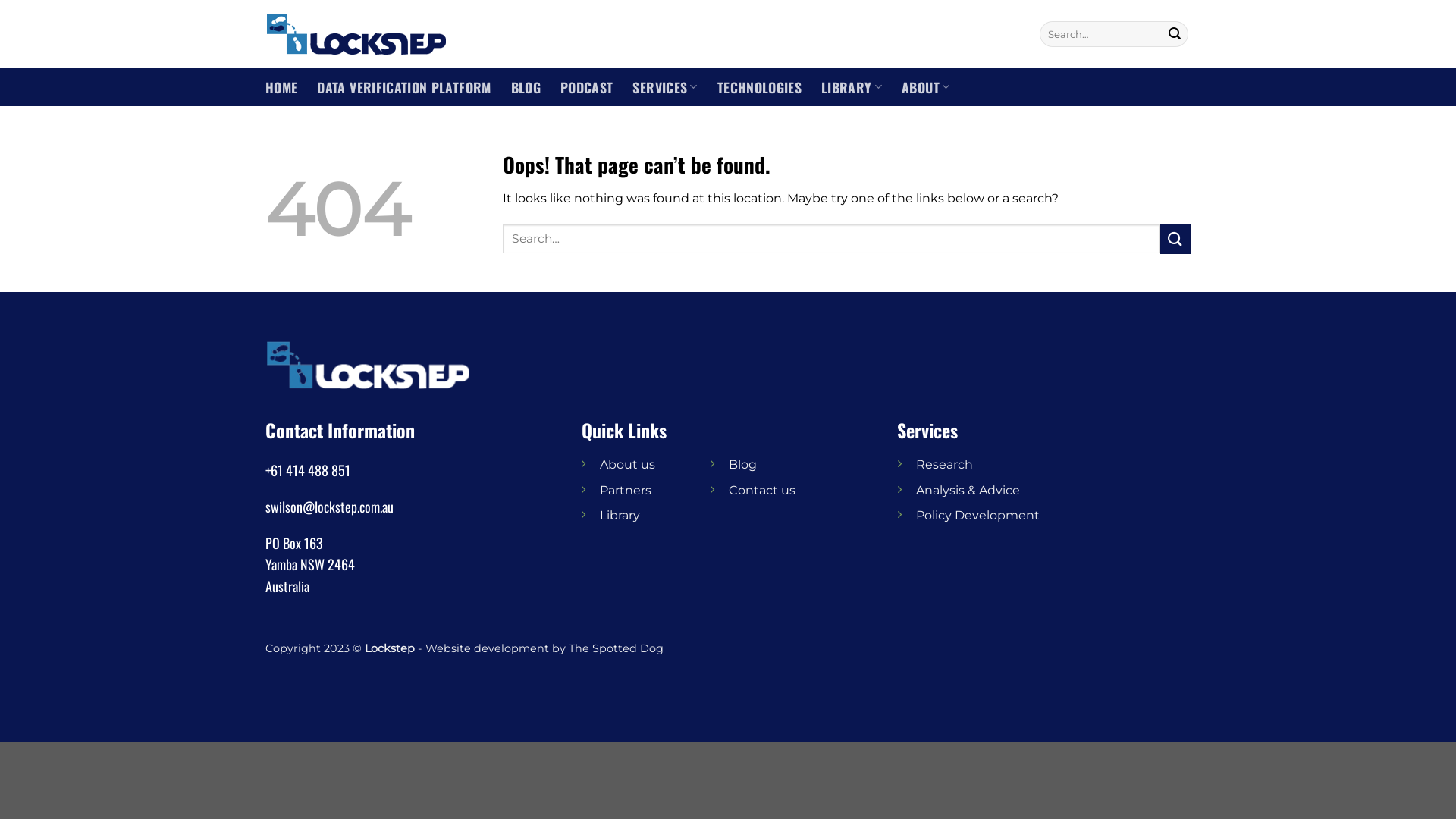  I want to click on 'SERVICES', so click(632, 86).